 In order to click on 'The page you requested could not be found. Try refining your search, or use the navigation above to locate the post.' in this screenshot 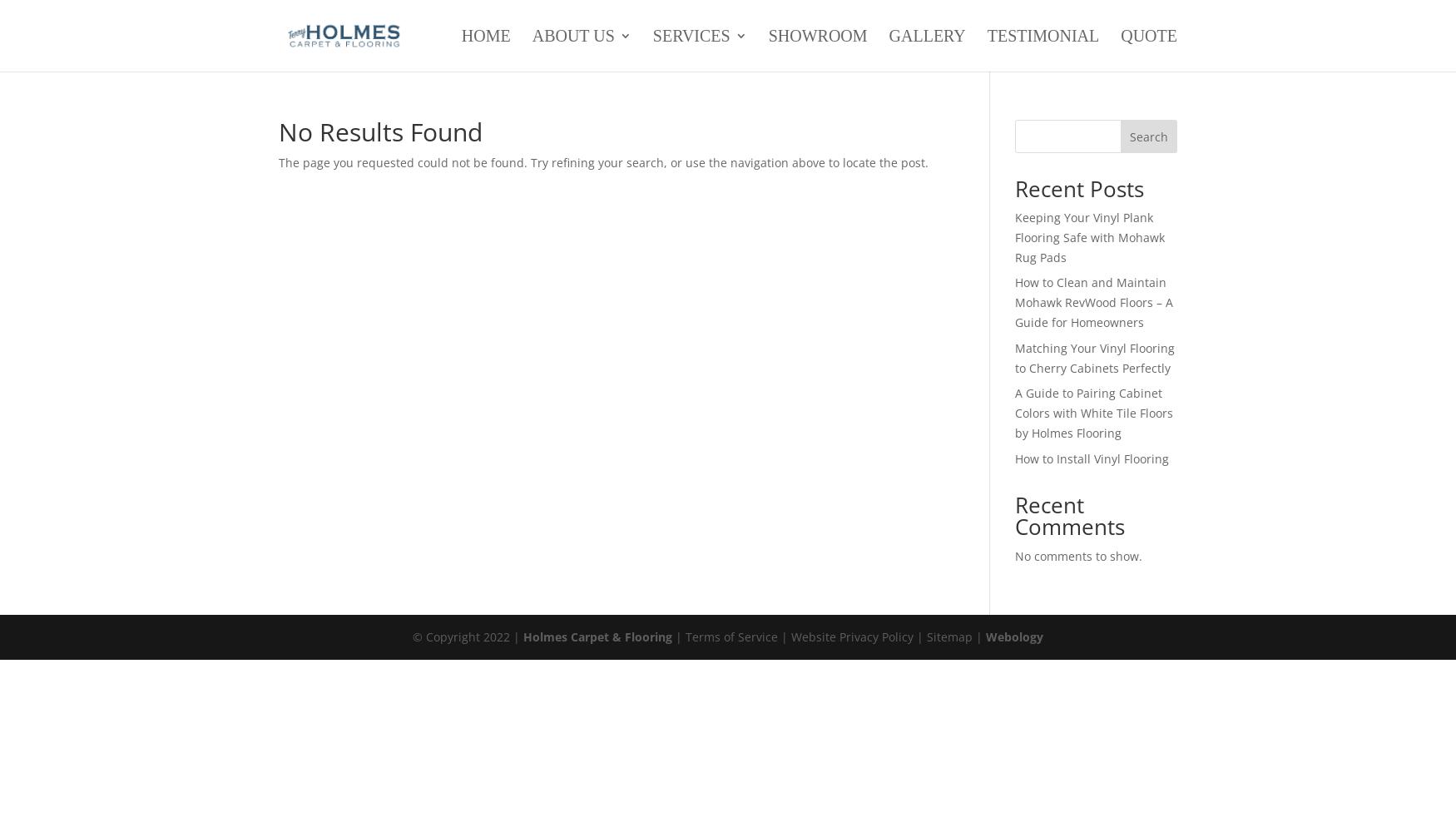, I will do `click(603, 161)`.